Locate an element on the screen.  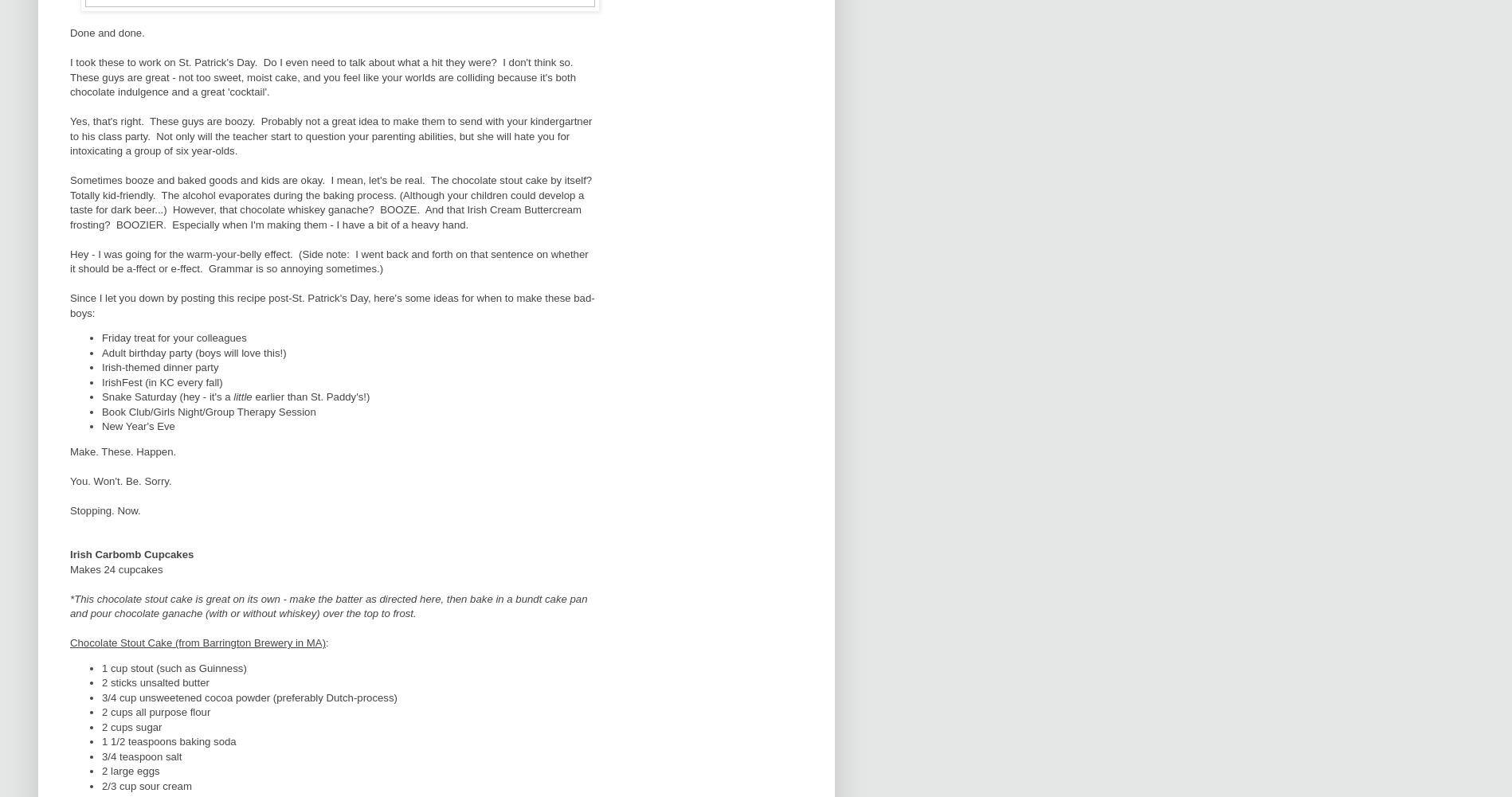
'1 cup stout (such as Guinness)' is located at coordinates (101, 666).